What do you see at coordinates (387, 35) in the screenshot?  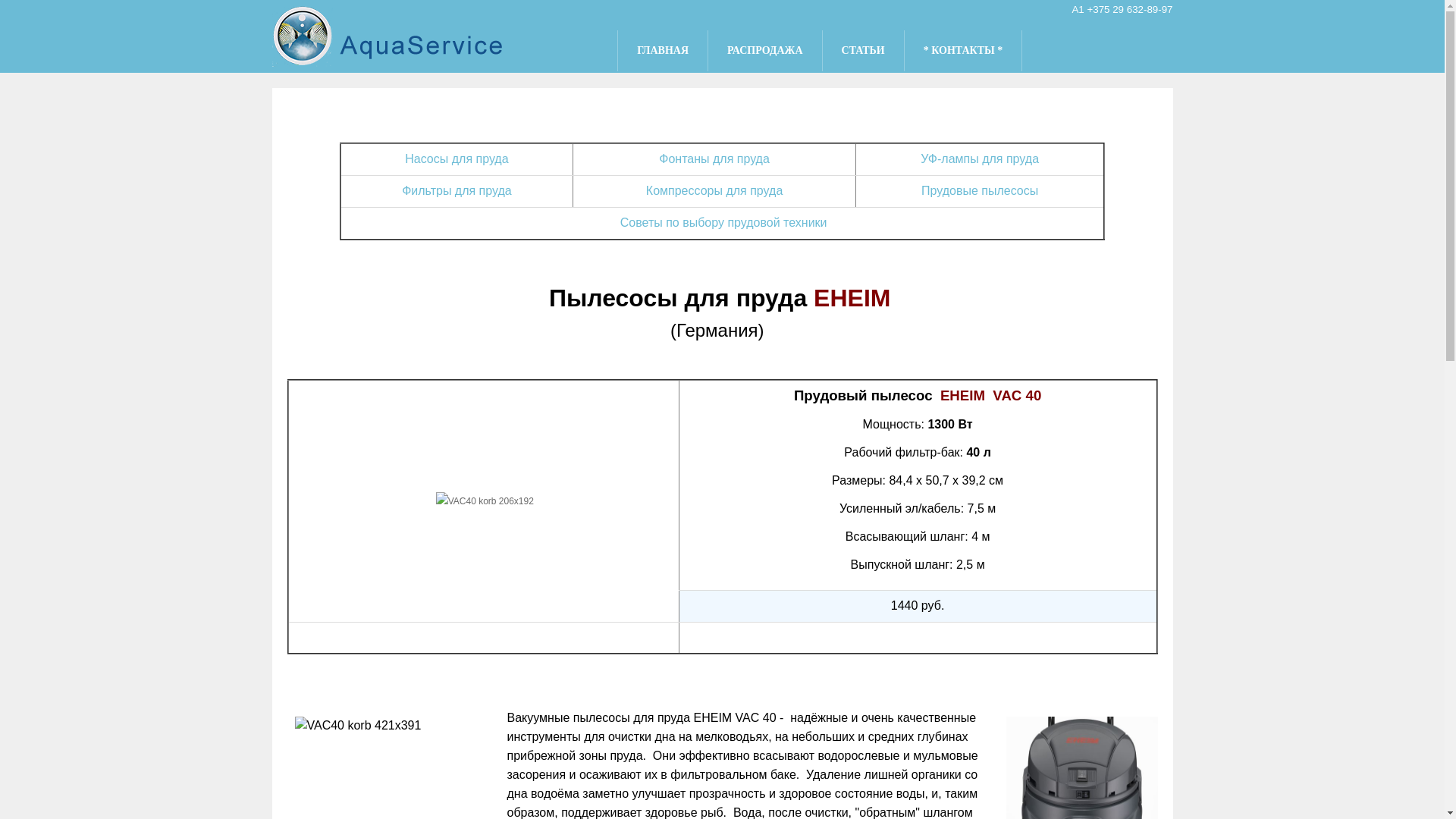 I see `'aqua-service.by'` at bounding box center [387, 35].